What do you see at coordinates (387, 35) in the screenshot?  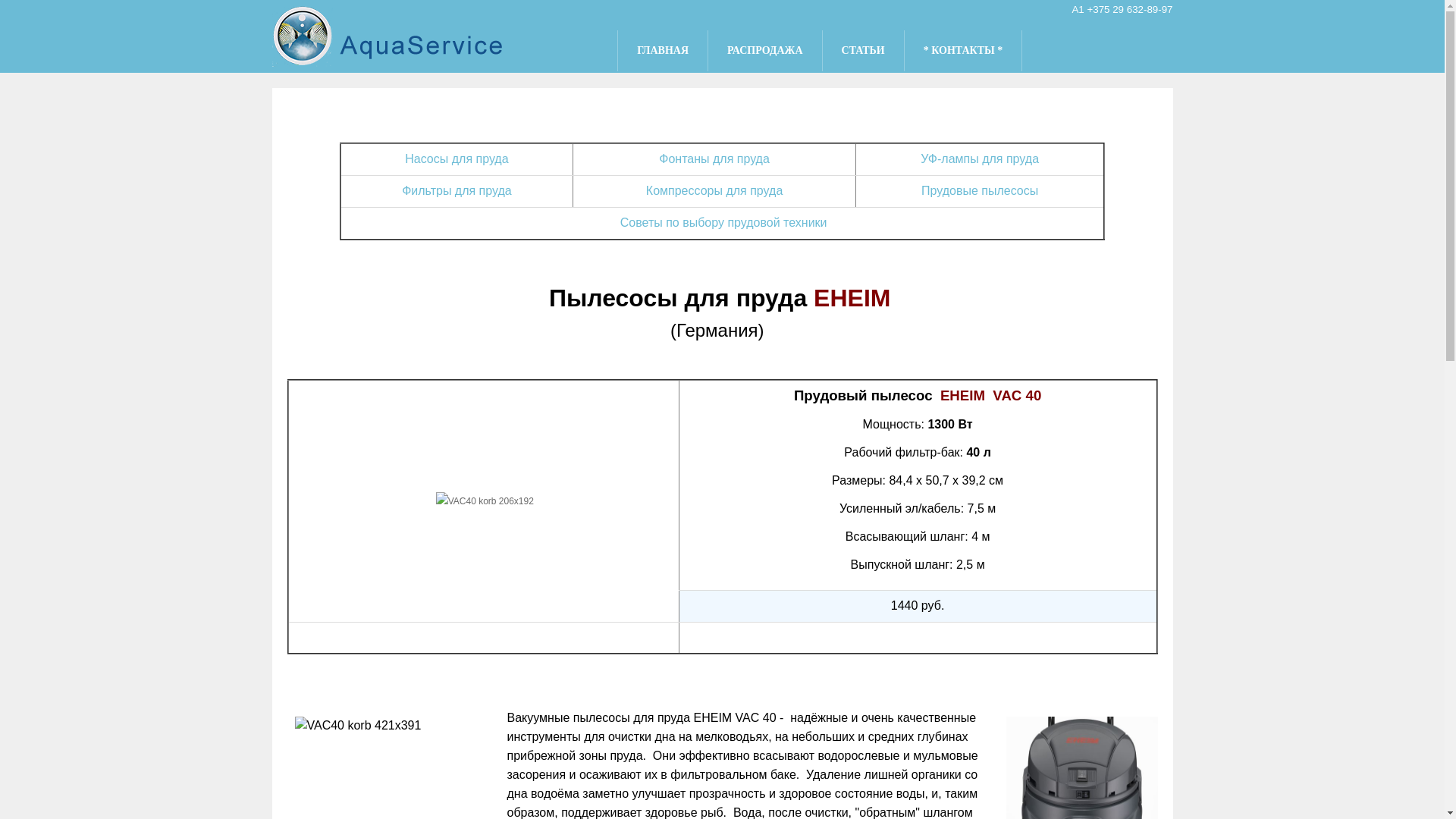 I see `'aqua-service.by'` at bounding box center [387, 35].